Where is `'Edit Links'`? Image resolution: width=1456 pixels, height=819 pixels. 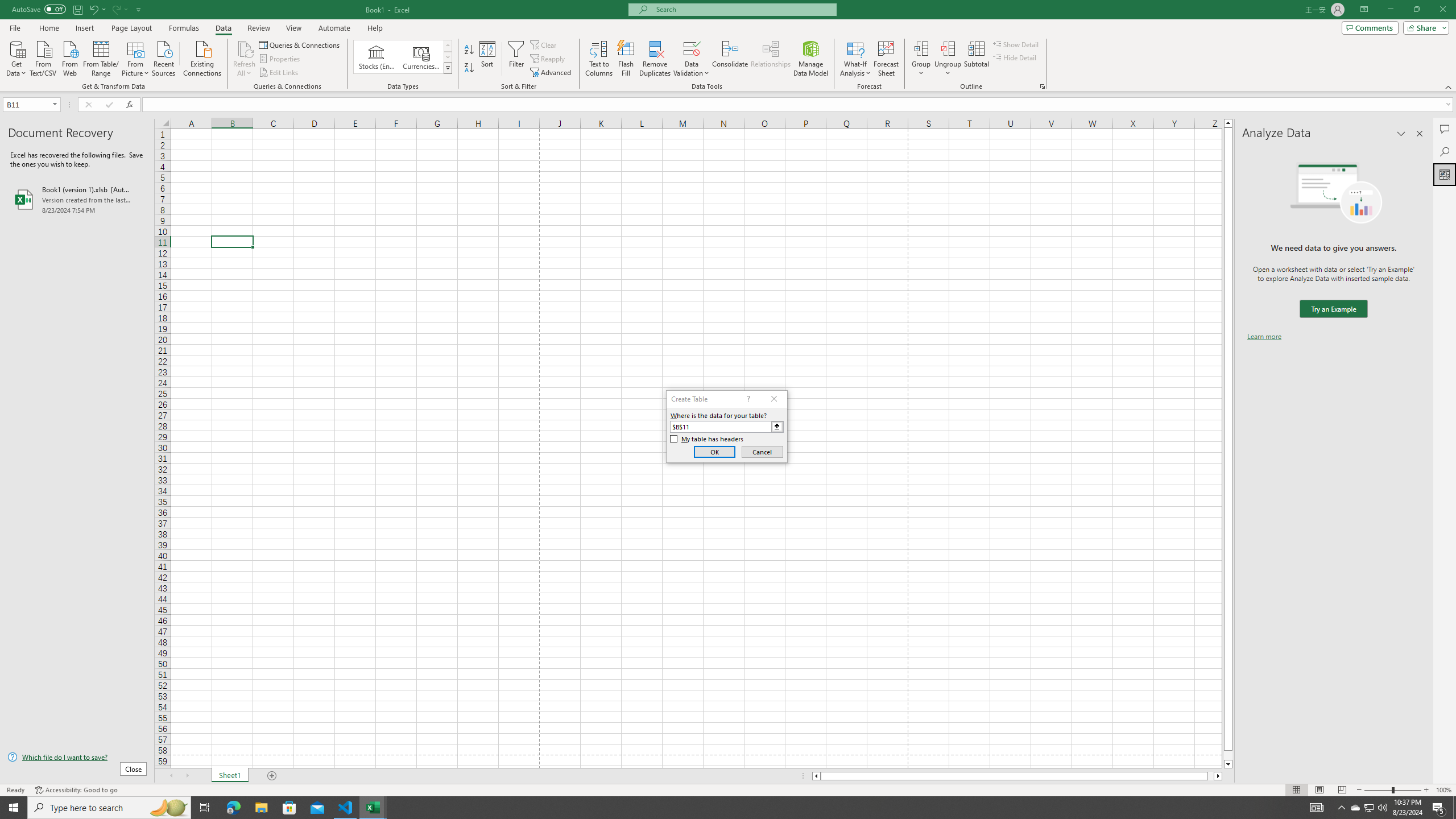 'Edit Links' is located at coordinates (279, 72).